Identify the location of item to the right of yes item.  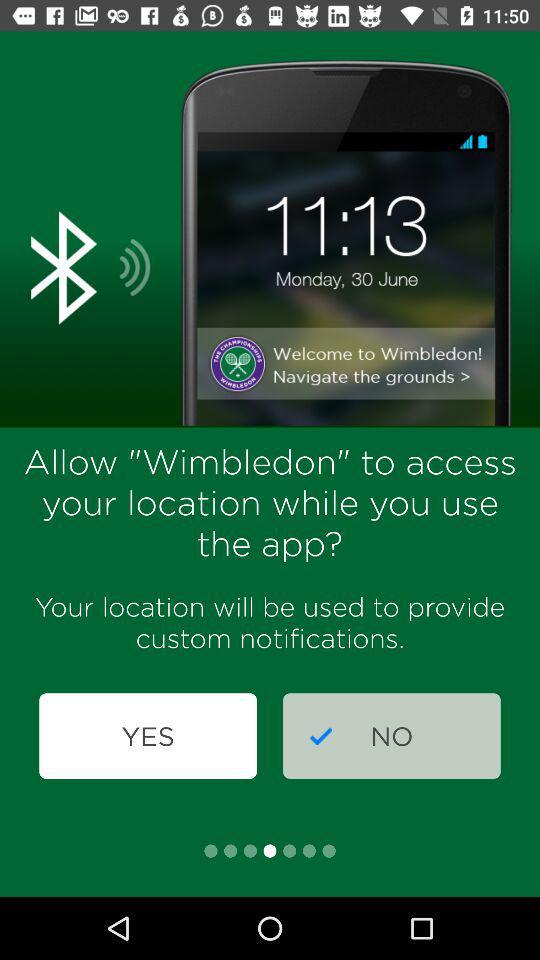
(391, 735).